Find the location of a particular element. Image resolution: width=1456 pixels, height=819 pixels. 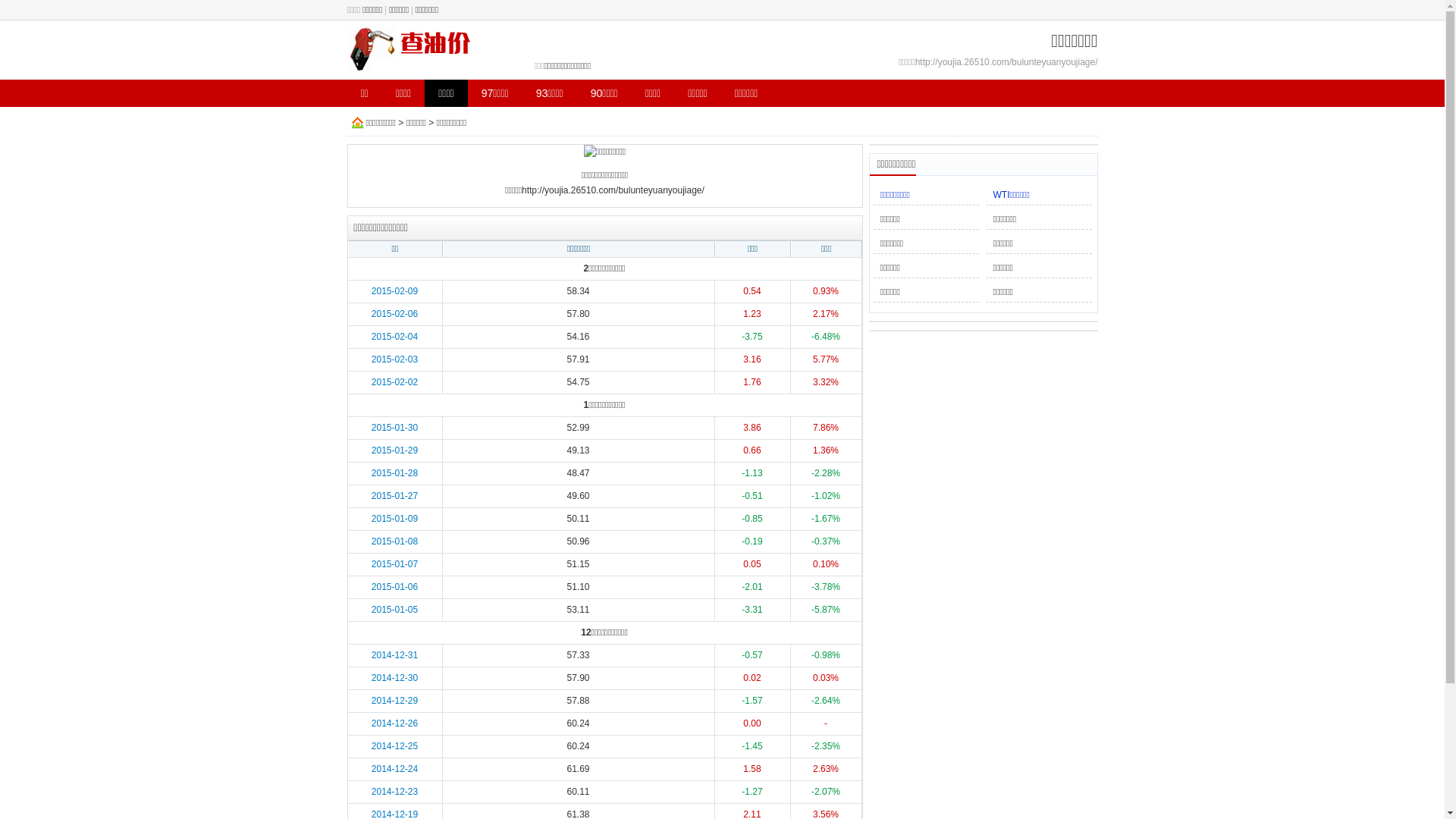

'2015-02-09' is located at coordinates (394, 291).